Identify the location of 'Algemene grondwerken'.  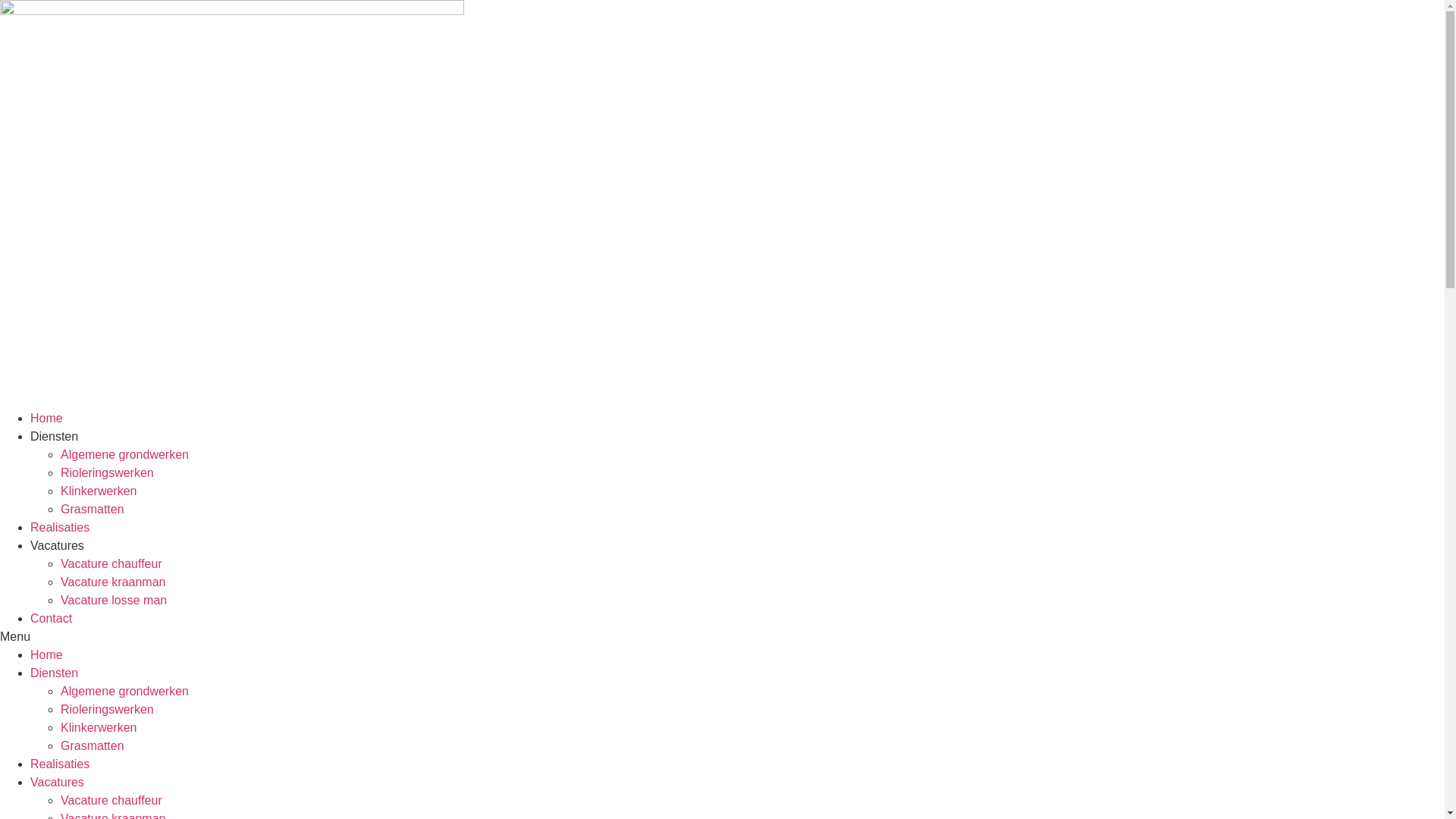
(124, 691).